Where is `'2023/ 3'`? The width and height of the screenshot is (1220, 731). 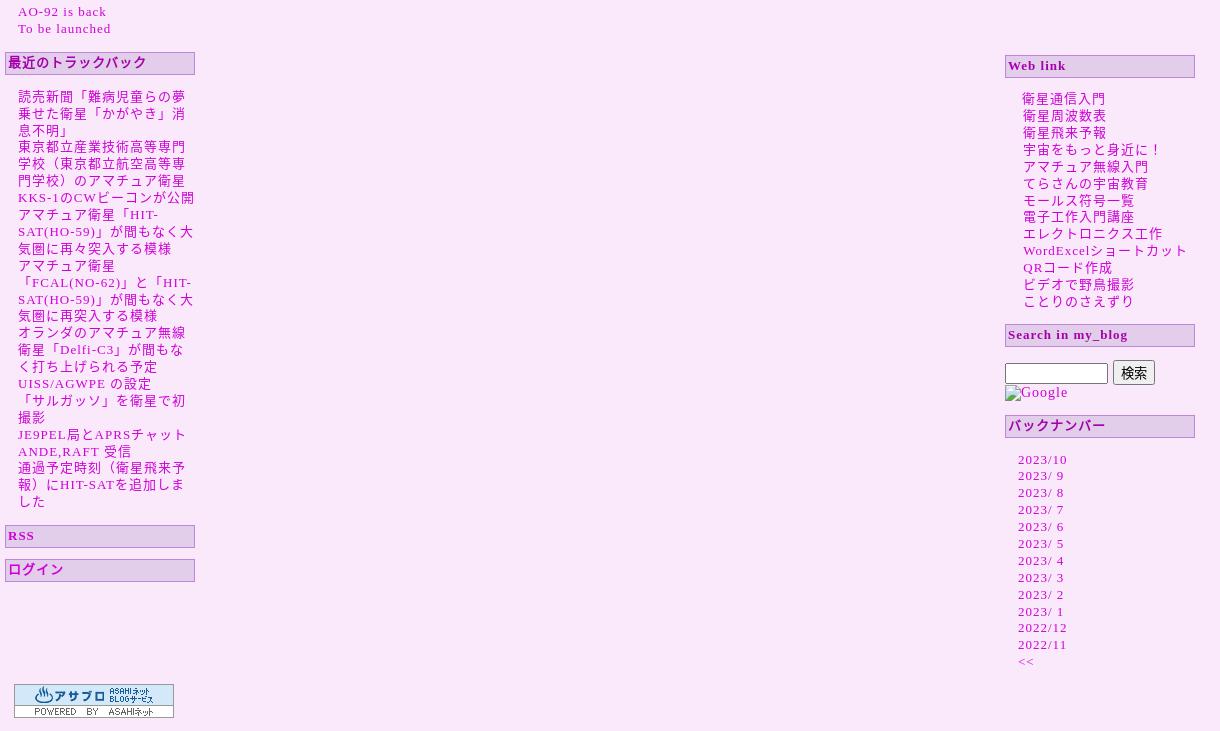
'2023/ 3' is located at coordinates (1041, 575).